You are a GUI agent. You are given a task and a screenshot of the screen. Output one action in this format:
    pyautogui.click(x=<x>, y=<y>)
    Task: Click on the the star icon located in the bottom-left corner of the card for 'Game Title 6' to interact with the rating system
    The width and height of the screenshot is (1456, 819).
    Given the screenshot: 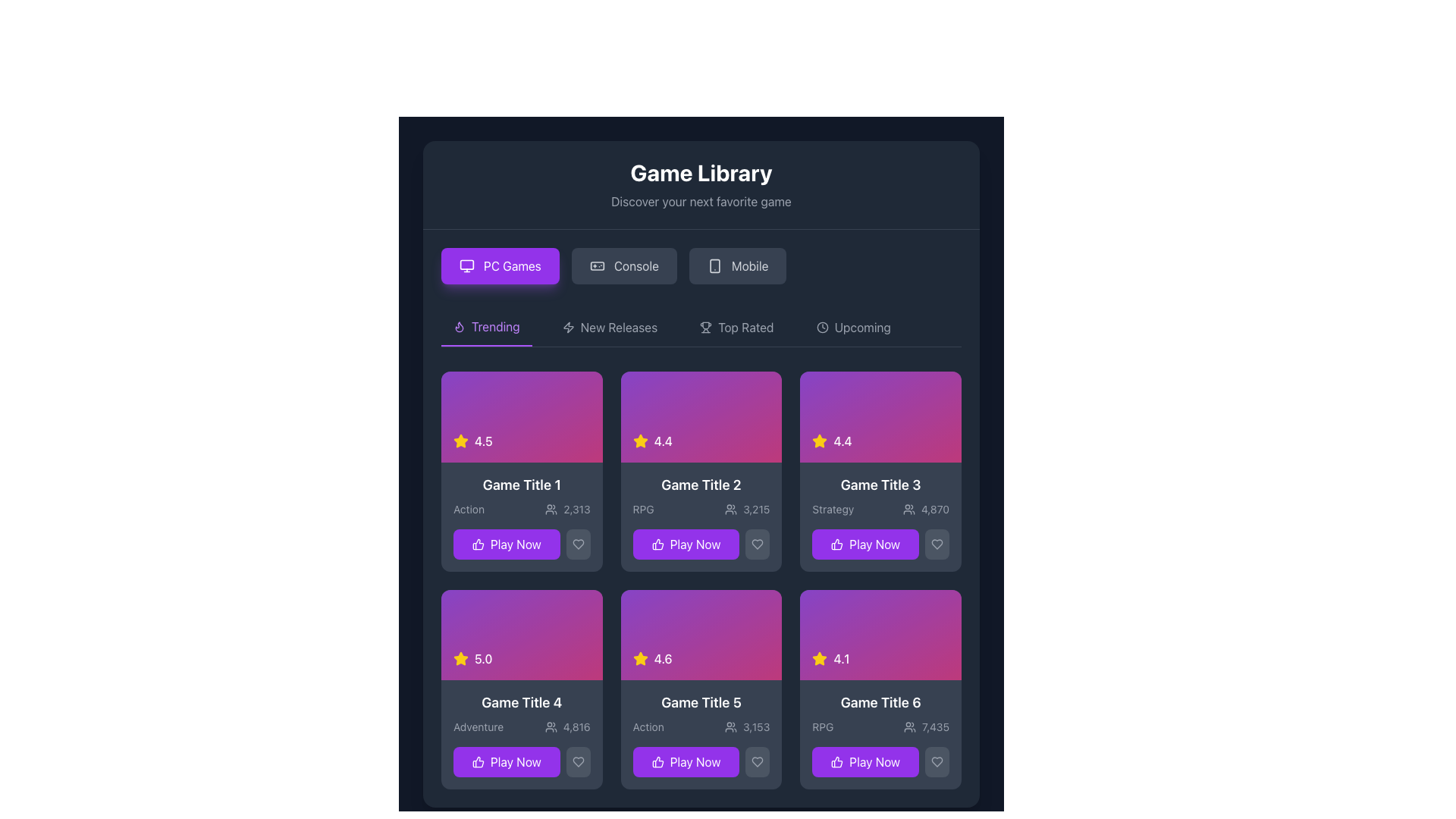 What is the action you would take?
    pyautogui.click(x=819, y=658)
    